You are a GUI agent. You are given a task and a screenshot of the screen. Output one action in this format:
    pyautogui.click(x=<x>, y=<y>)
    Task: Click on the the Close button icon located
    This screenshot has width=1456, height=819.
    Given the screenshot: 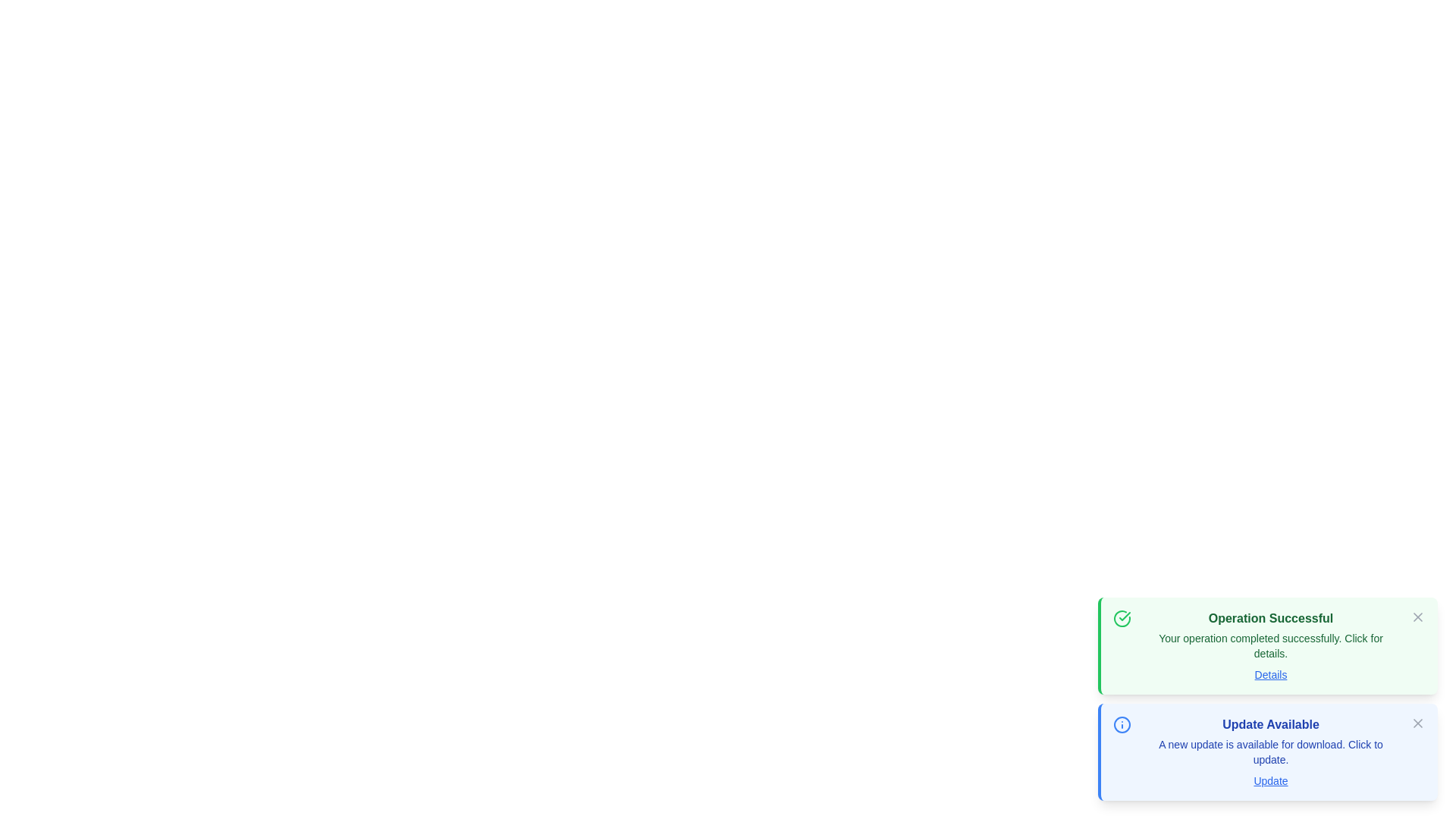 What is the action you would take?
    pyautogui.click(x=1417, y=722)
    